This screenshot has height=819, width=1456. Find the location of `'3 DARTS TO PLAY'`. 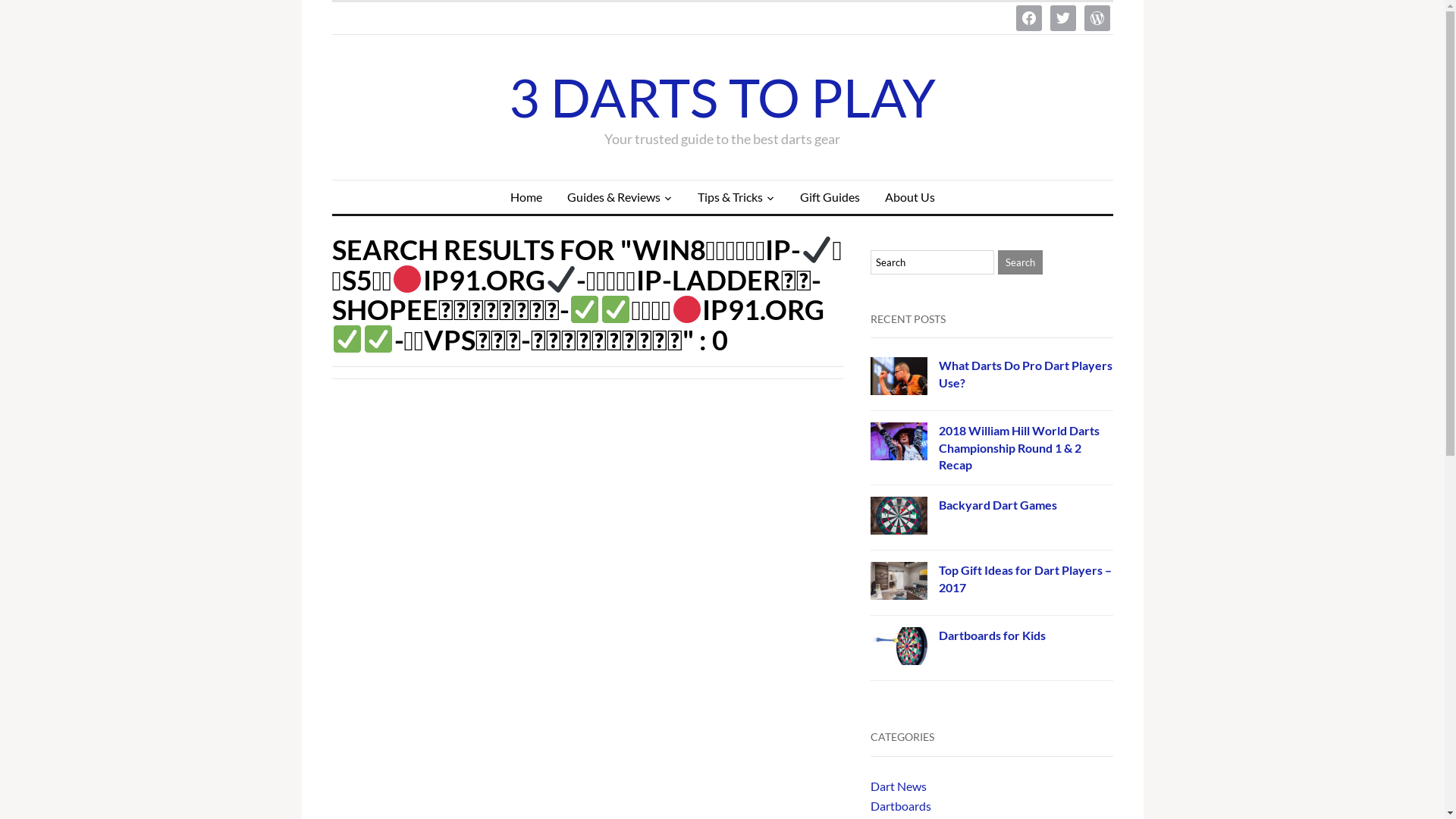

'3 DARTS TO PLAY' is located at coordinates (722, 96).